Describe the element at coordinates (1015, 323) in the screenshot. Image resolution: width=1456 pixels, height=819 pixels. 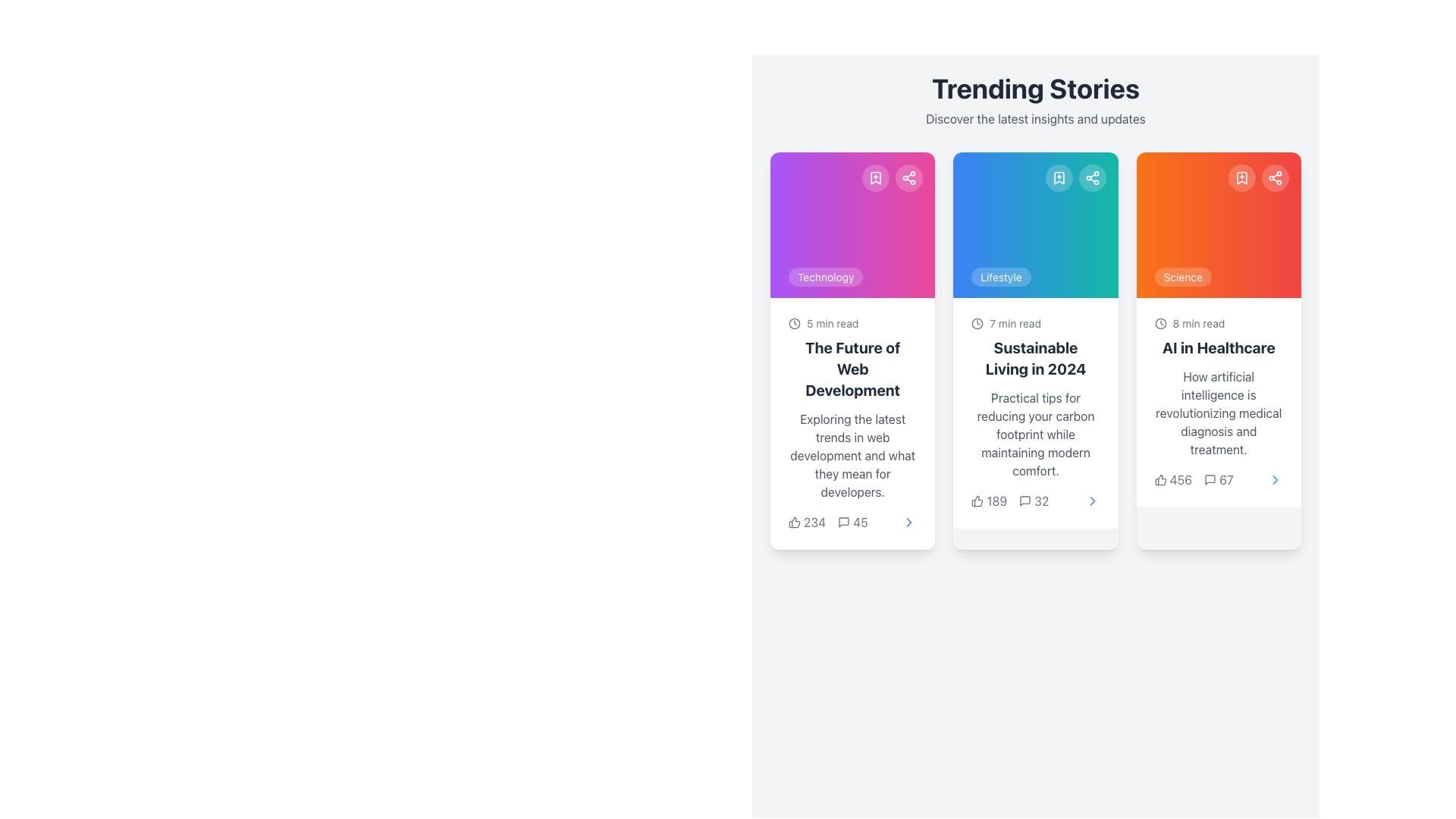
I see `the text label indicating the approximate reading time in the second card of 'Trending Stories', positioned beneath the 'Lifestyle' category and to the right of the clock icon` at that location.